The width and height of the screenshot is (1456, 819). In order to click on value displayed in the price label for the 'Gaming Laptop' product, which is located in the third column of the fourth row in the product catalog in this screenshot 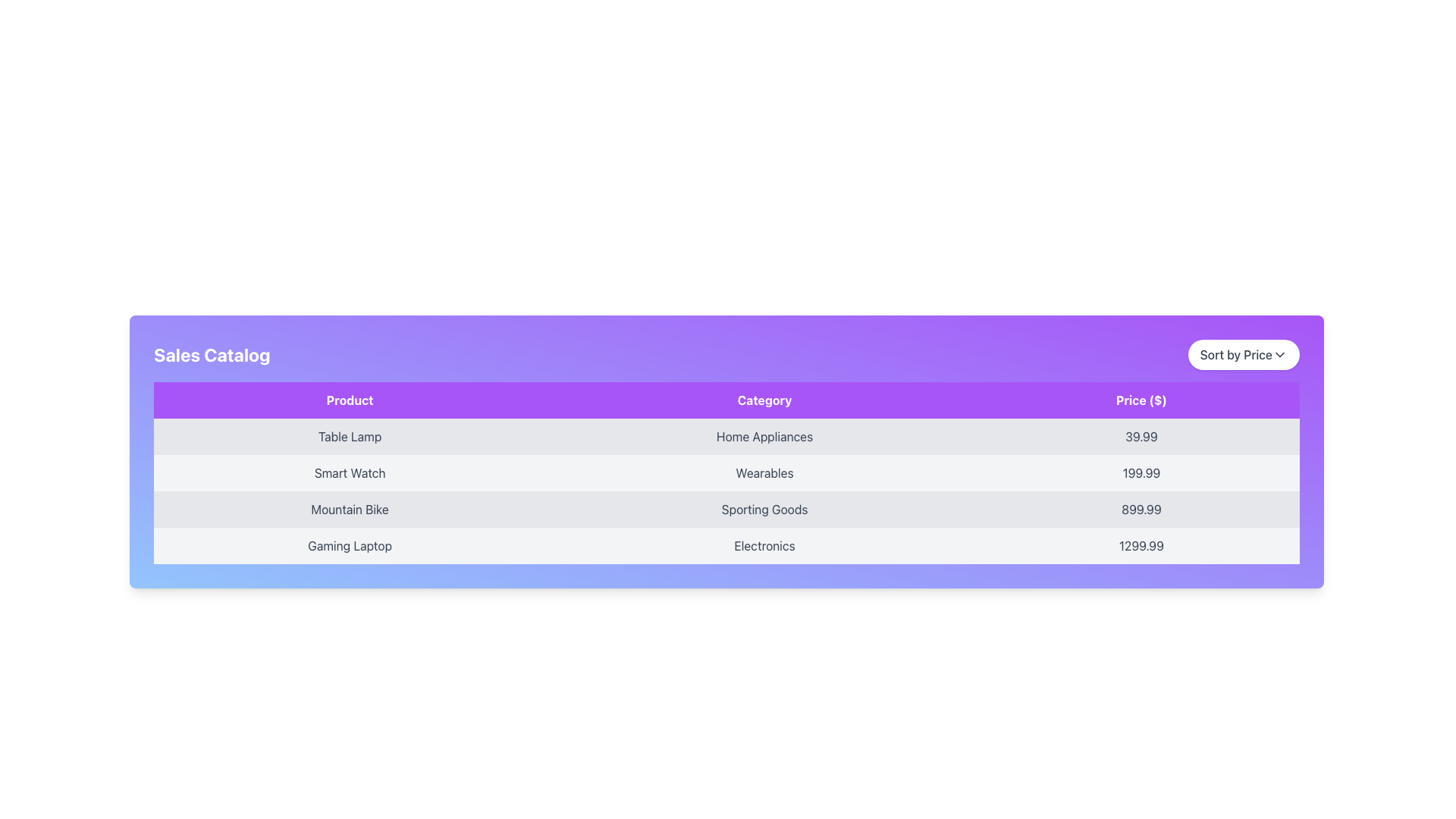, I will do `click(1141, 546)`.